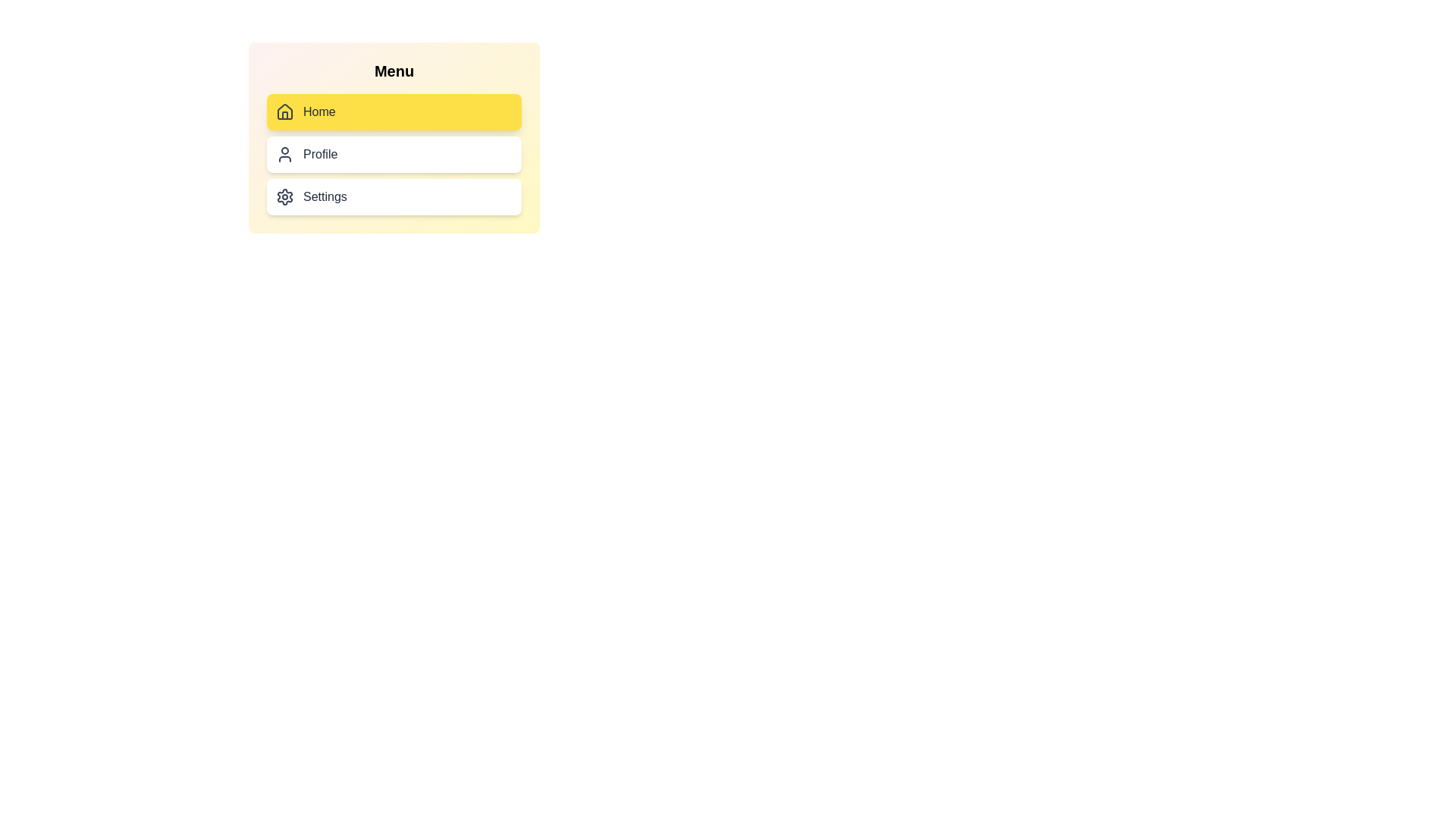 The height and width of the screenshot is (819, 1456). Describe the element at coordinates (394, 196) in the screenshot. I see `the navigation menu item Settings by clicking on it` at that location.